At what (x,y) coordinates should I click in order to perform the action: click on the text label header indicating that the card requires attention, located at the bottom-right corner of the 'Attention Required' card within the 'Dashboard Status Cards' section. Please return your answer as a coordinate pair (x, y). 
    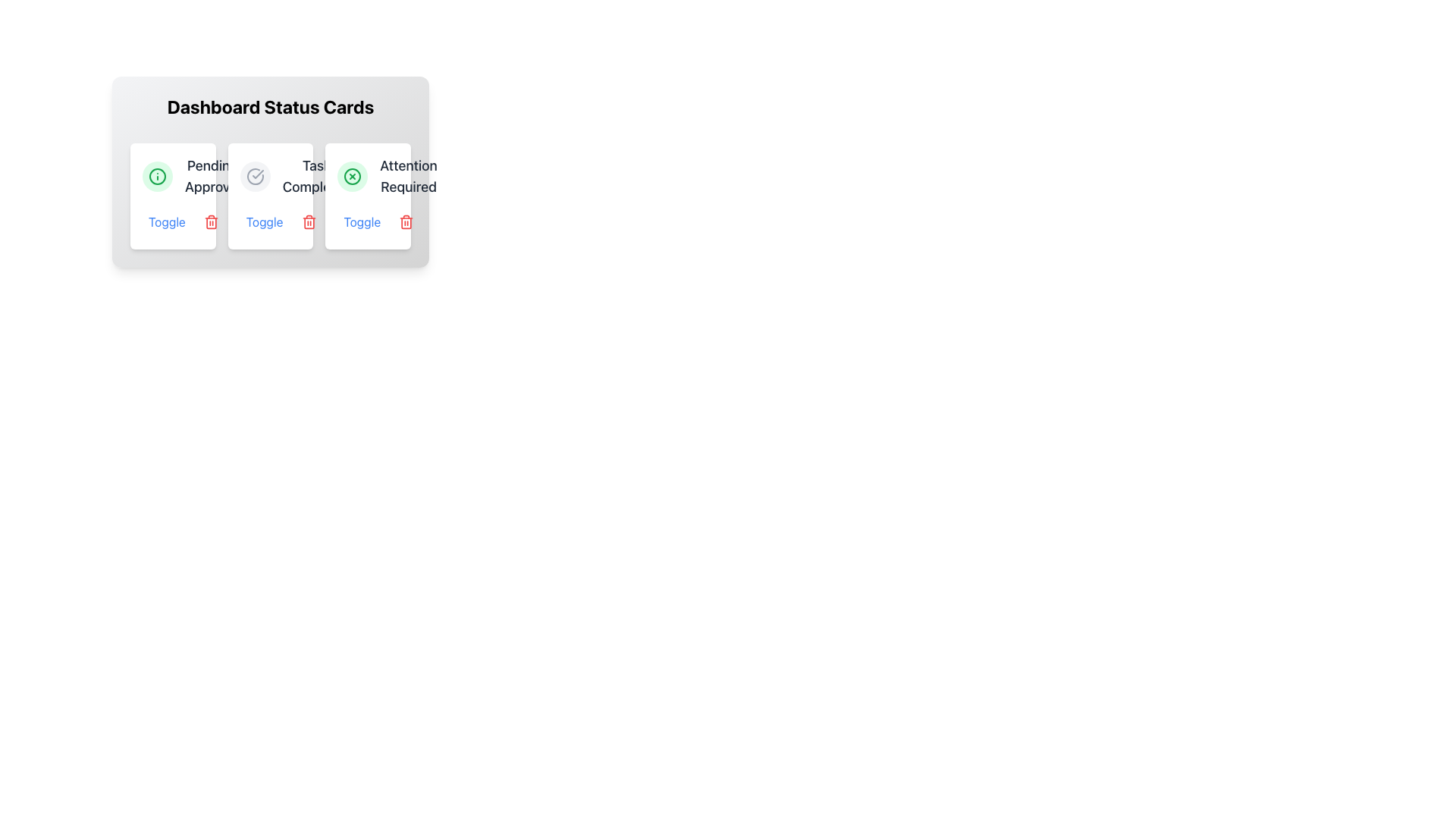
    Looking at the image, I should click on (409, 175).